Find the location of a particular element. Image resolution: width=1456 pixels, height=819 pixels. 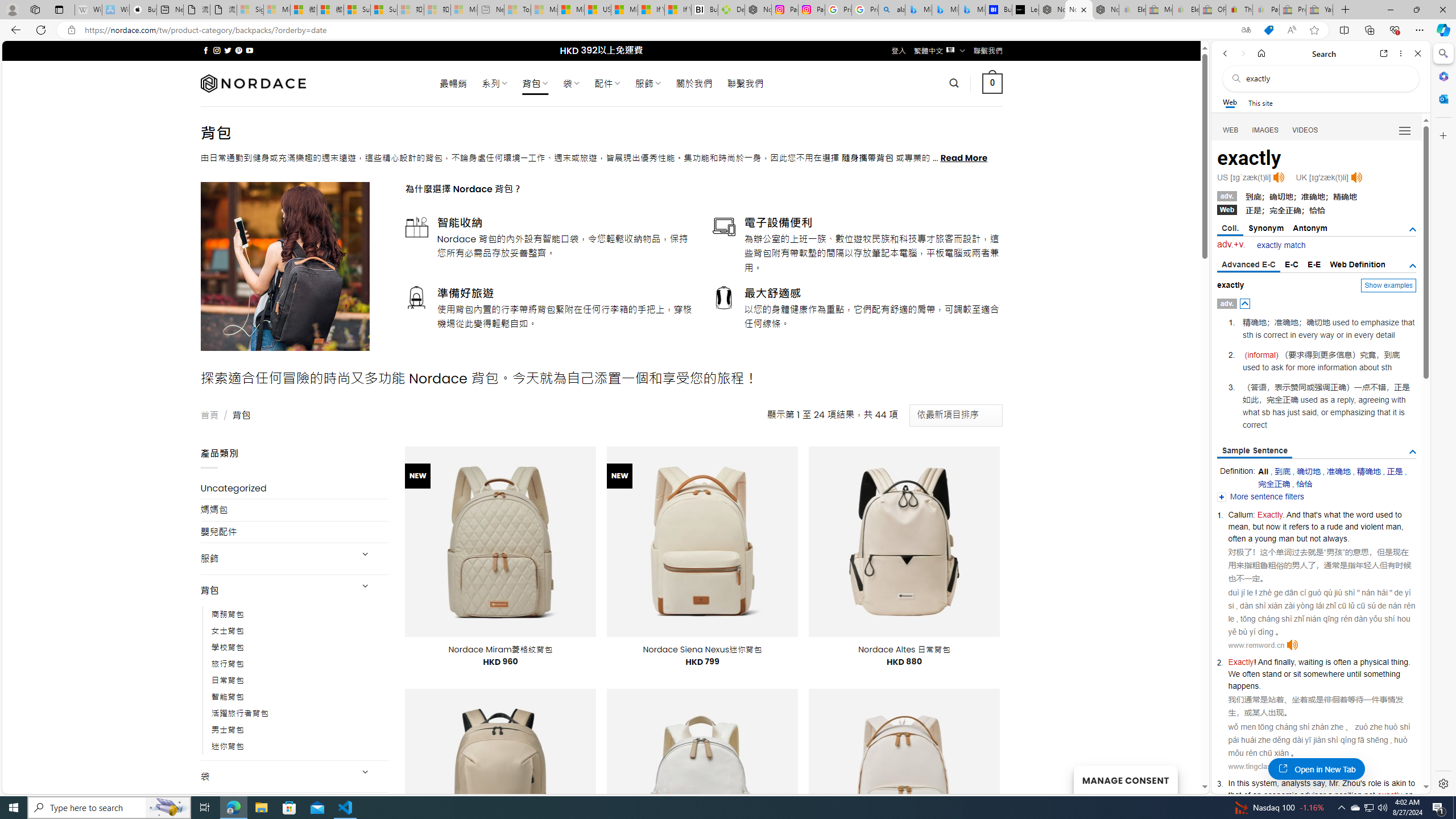

'Yard, Garden & Outdoor Living - Sleeping' is located at coordinates (1319, 9).